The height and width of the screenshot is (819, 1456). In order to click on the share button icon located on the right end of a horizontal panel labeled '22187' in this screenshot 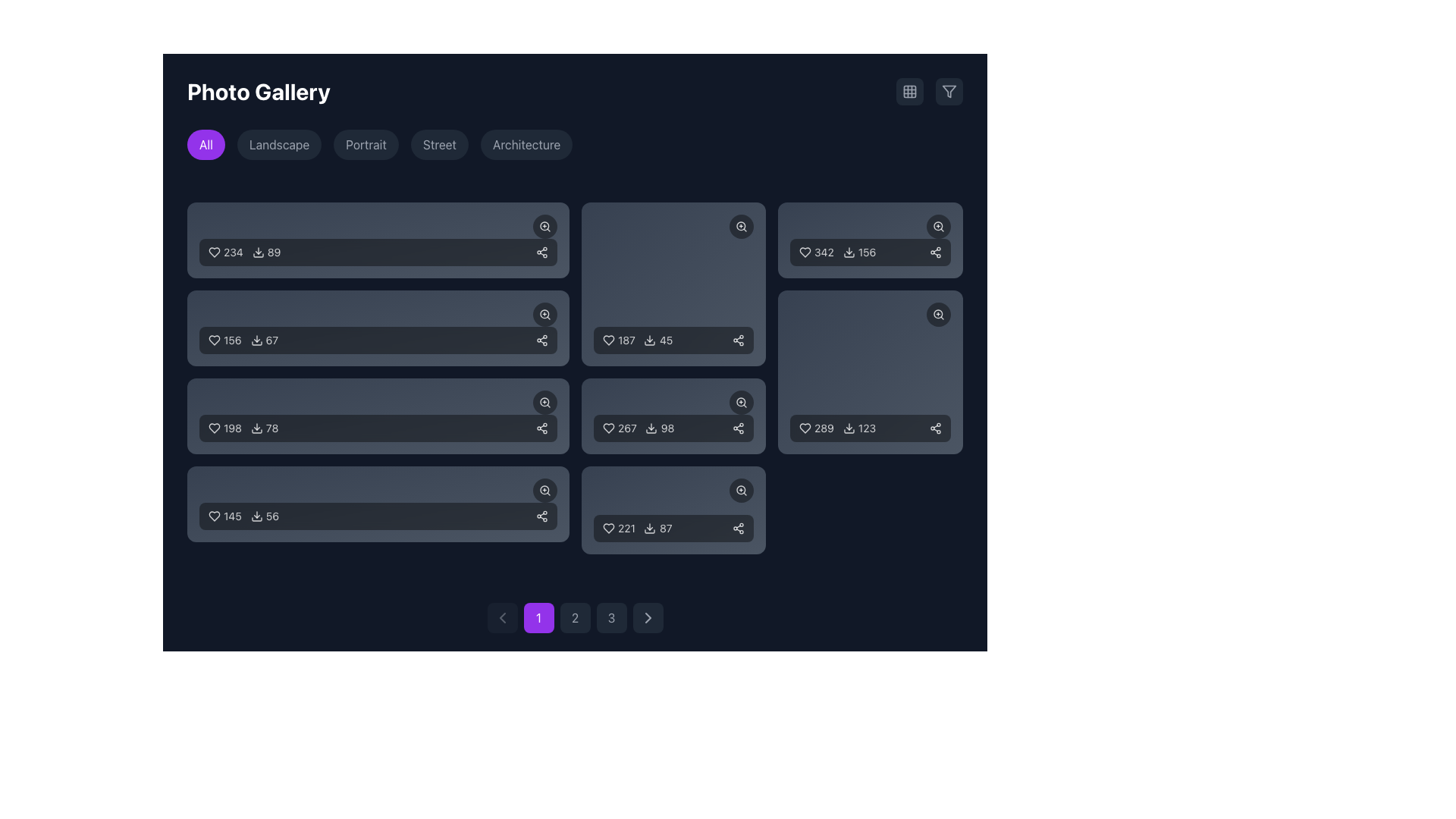, I will do `click(739, 528)`.